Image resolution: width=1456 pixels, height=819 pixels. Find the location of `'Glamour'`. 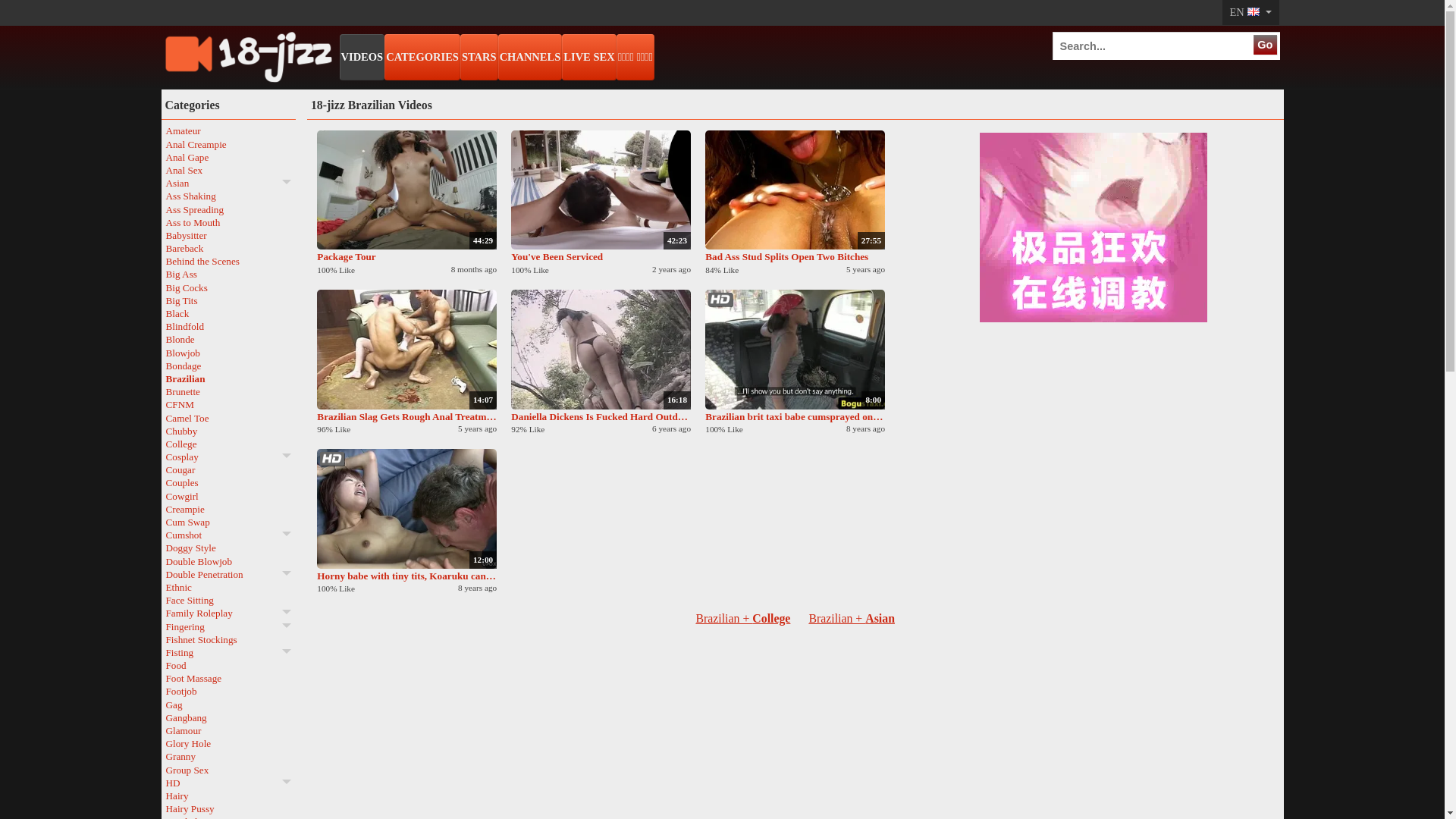

'Glamour' is located at coordinates (227, 730).